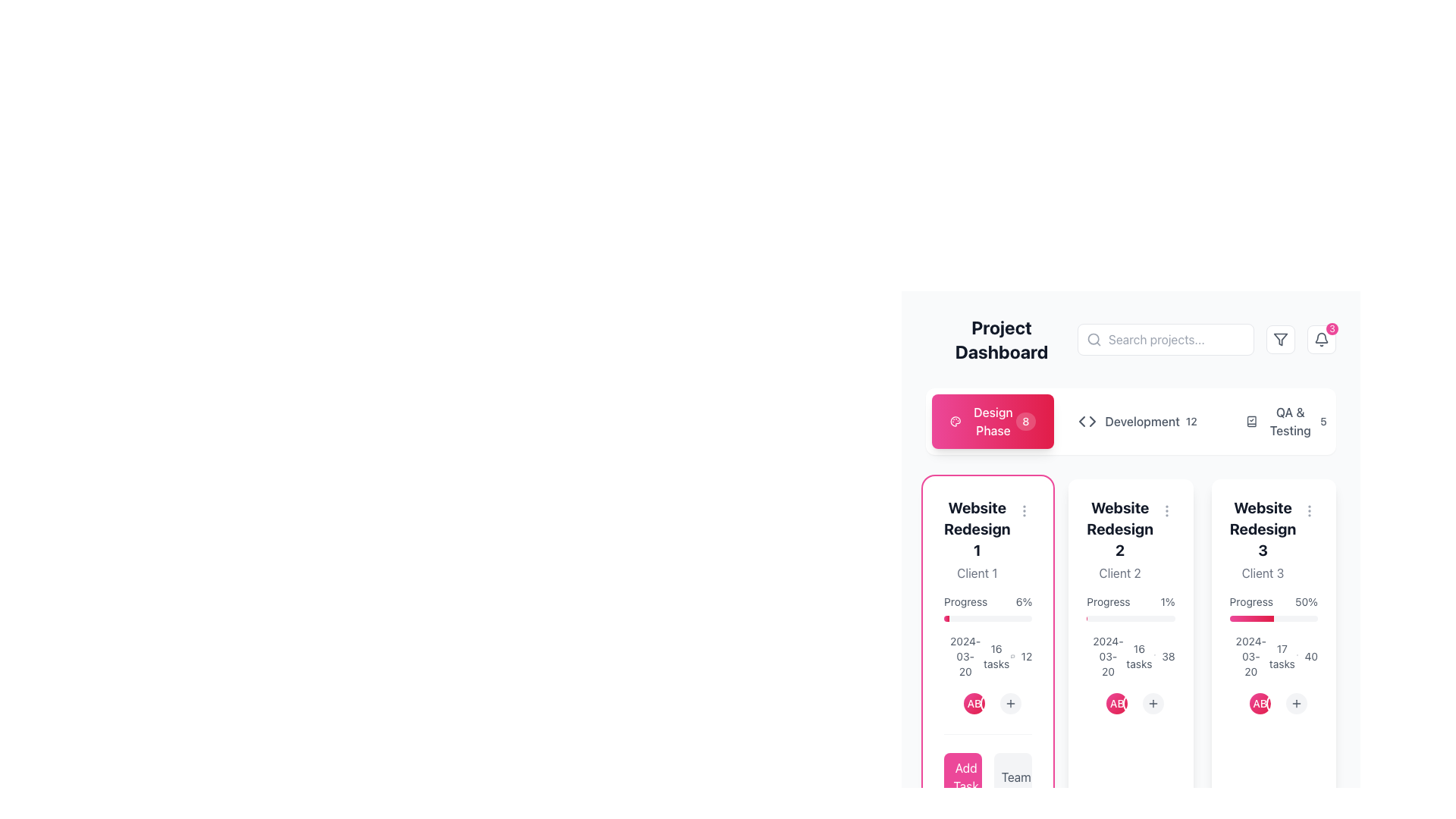 This screenshot has width=1456, height=819. Describe the element at coordinates (1153, 704) in the screenshot. I see `the button that allows users to add an item related to the 'Website Redesign 2' project, positioned centrally below the client initials circle` at that location.